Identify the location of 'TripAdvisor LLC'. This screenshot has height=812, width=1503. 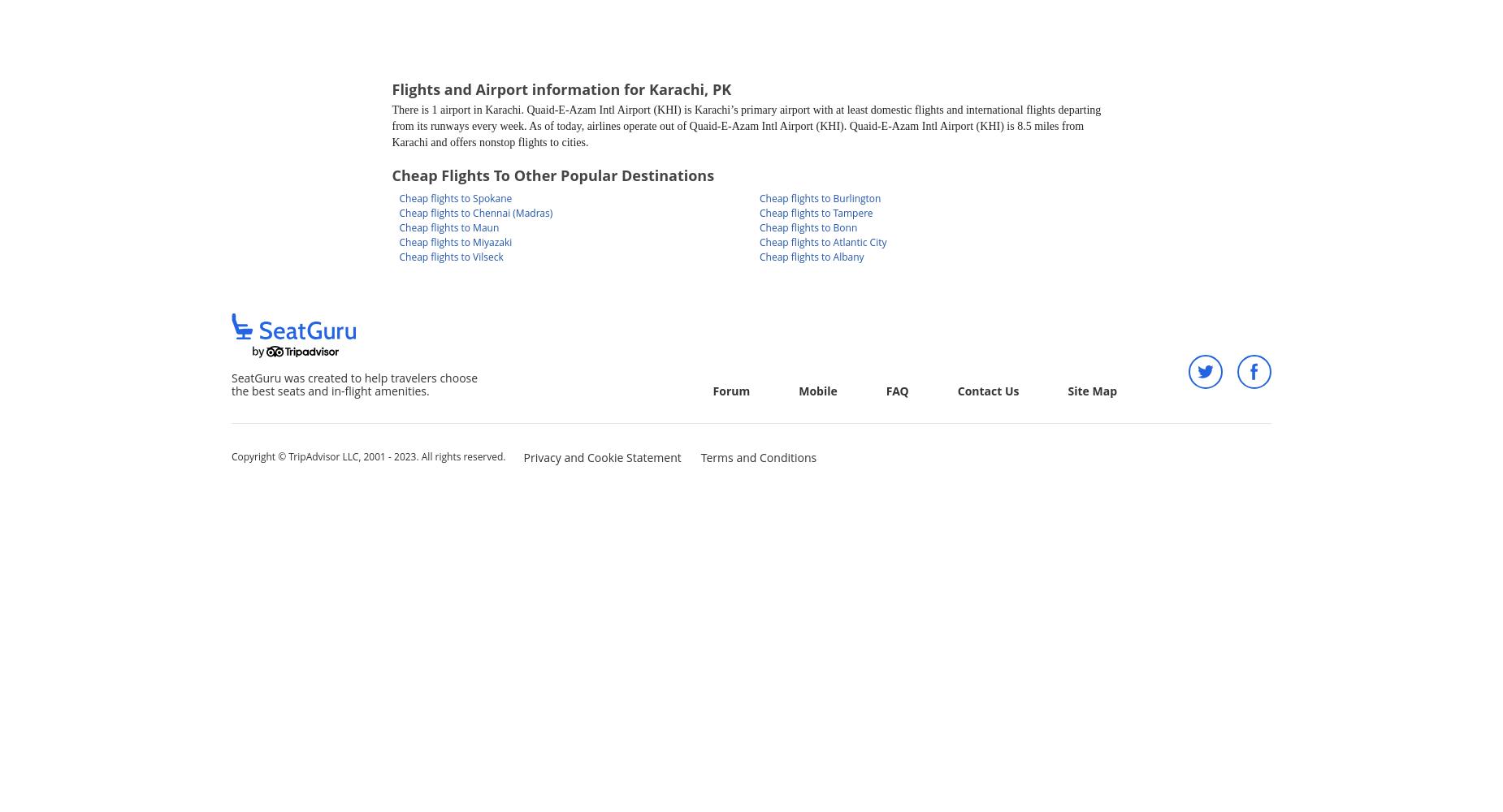
(322, 456).